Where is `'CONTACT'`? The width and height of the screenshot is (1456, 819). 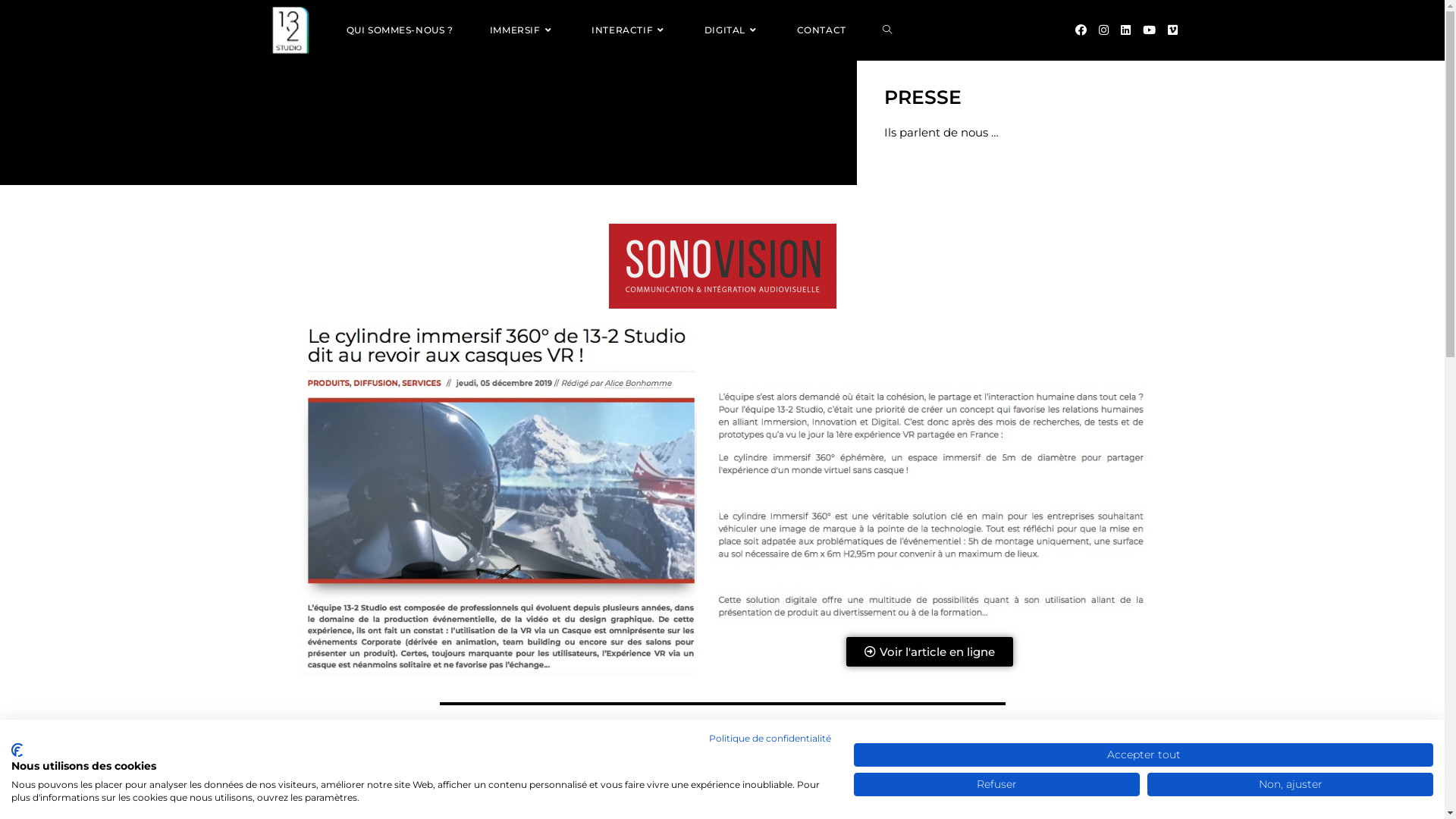
'CONTACT' is located at coordinates (821, 30).